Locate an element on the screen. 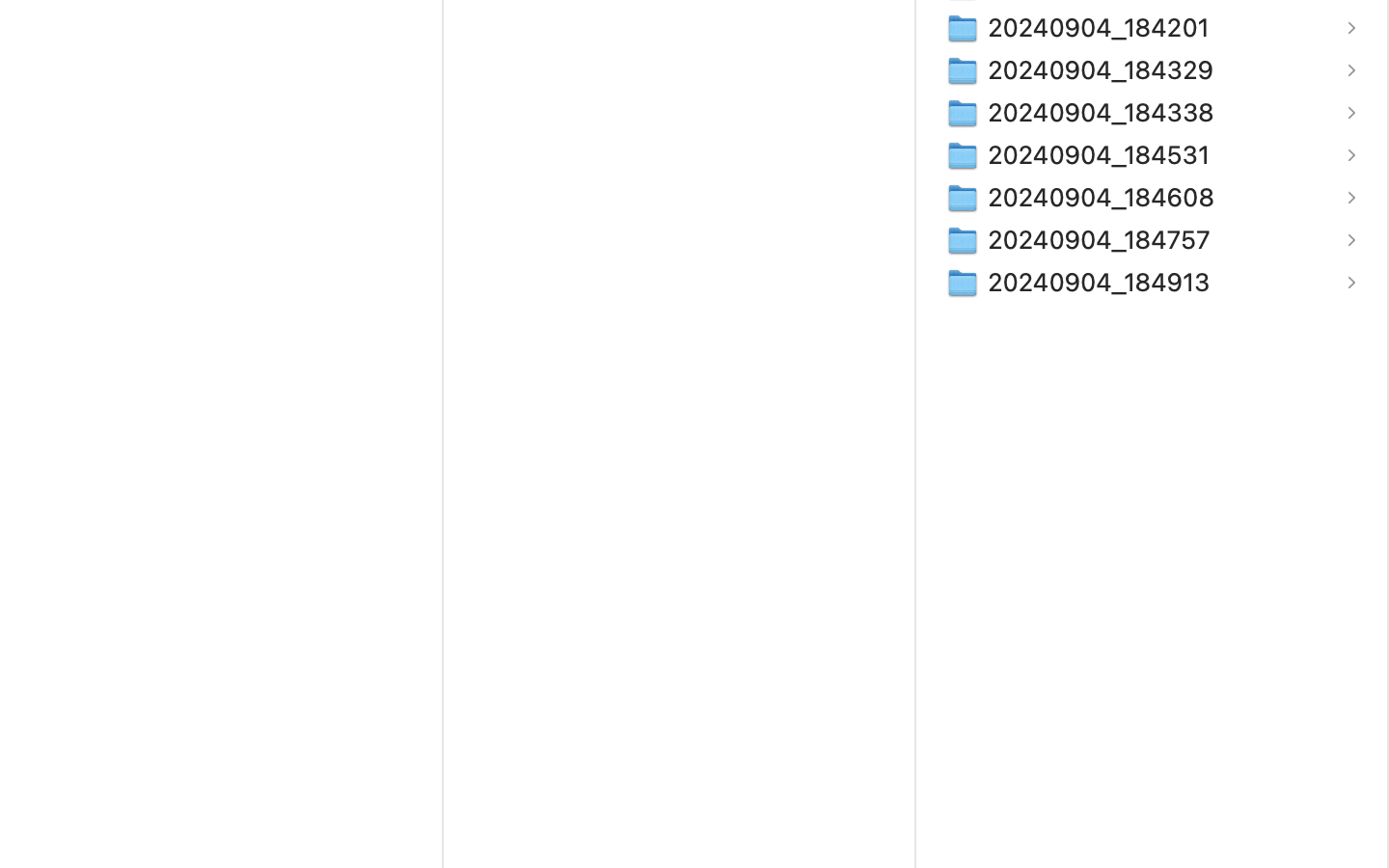 This screenshot has width=1389, height=868. '20240904_184608' is located at coordinates (1104, 197).